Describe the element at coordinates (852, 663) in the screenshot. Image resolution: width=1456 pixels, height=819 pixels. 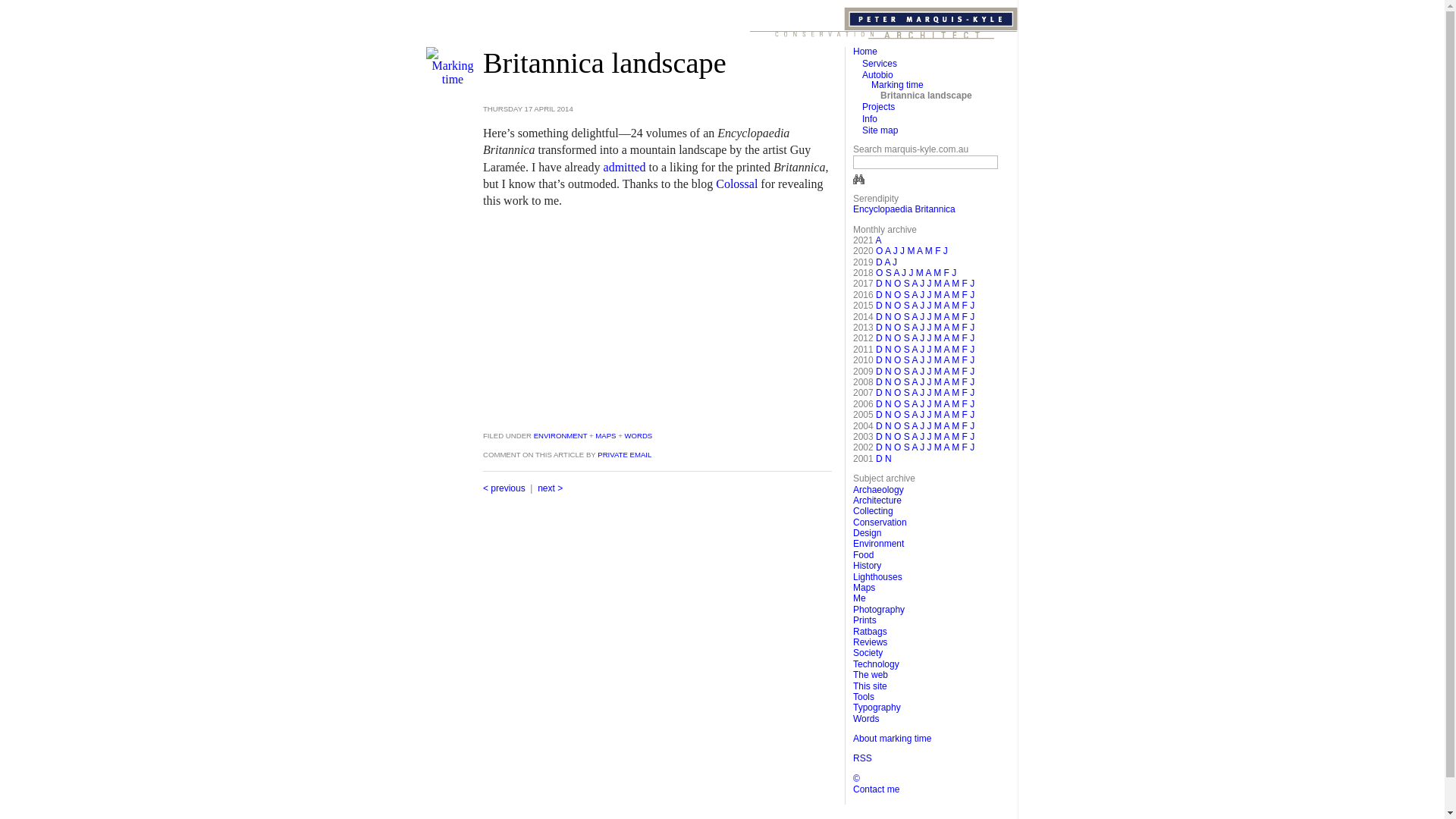
I see `'Technology'` at that location.